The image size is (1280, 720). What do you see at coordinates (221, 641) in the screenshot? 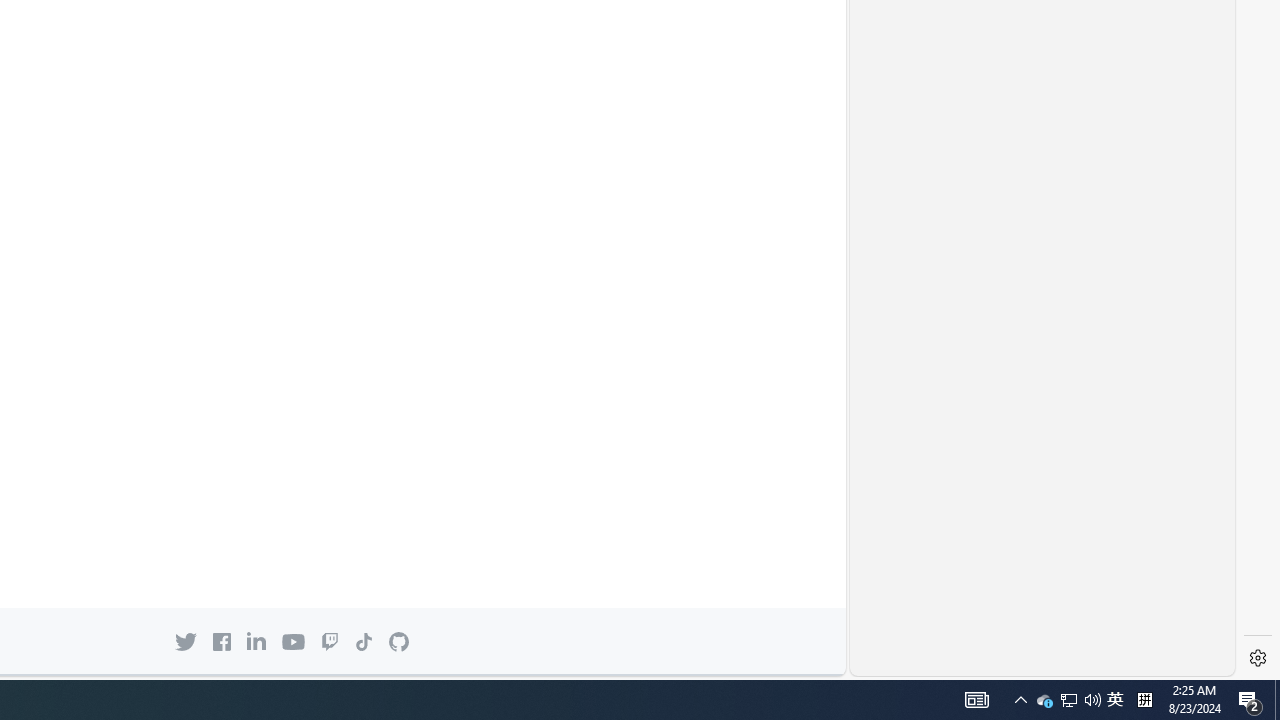
I see `'Class: mr-3'` at bounding box center [221, 641].